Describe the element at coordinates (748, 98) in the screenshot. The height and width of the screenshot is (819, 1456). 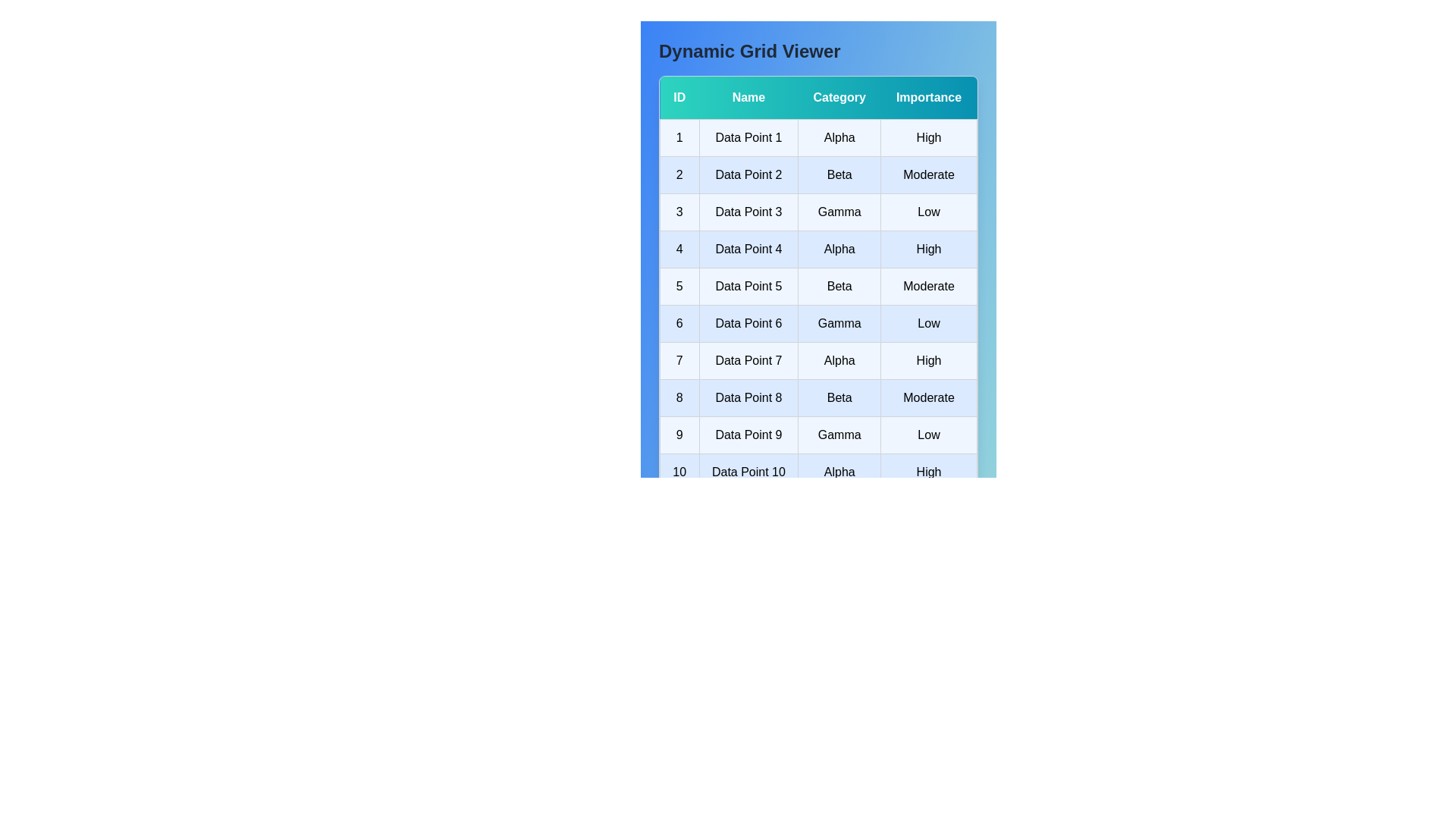
I see `the header labeled 'Name' to sort the table by the corresponding column` at that location.